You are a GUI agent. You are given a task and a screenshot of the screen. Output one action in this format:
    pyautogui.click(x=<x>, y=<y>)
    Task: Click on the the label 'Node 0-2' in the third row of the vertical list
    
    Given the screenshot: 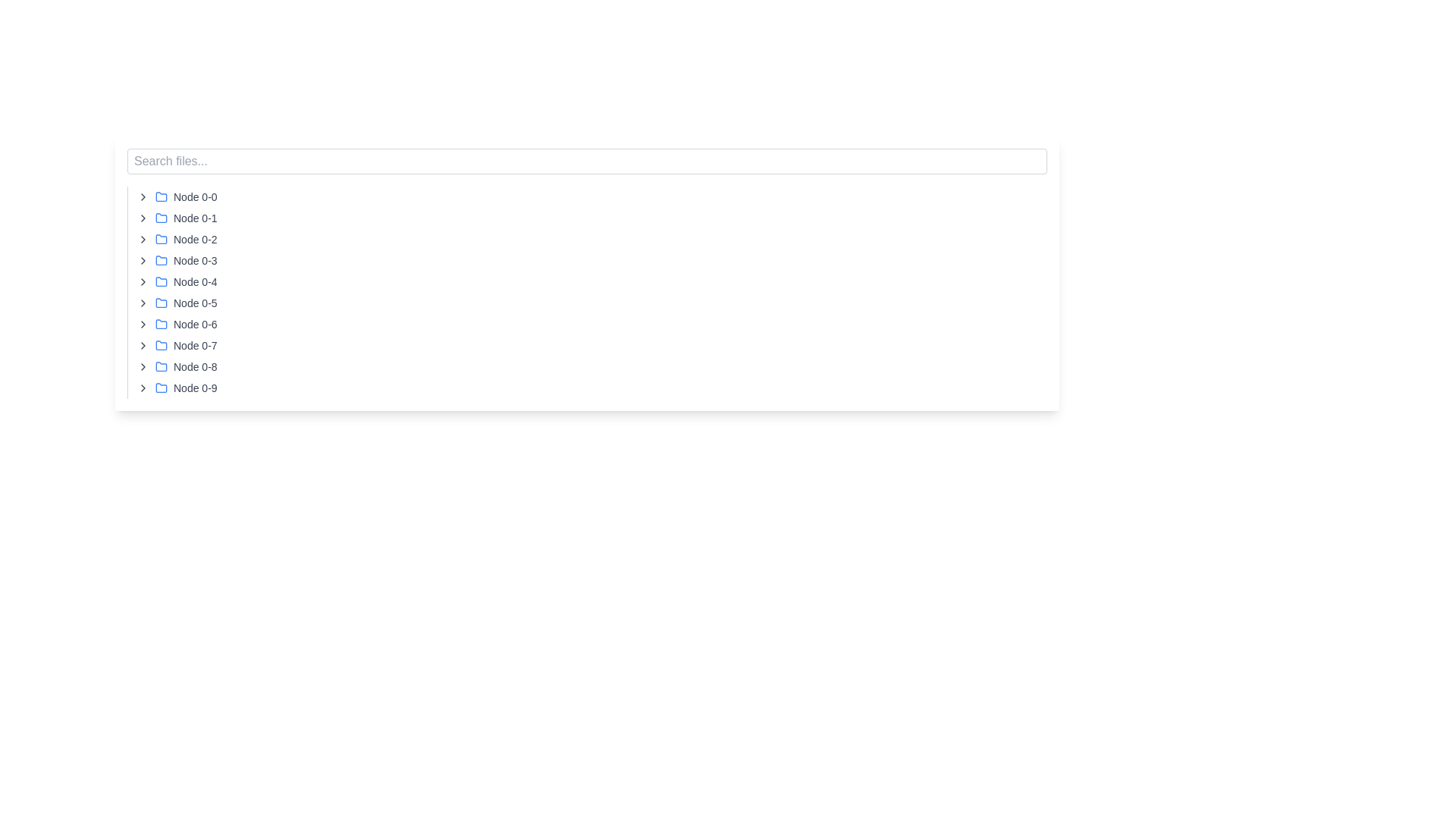 What is the action you would take?
    pyautogui.click(x=194, y=239)
    